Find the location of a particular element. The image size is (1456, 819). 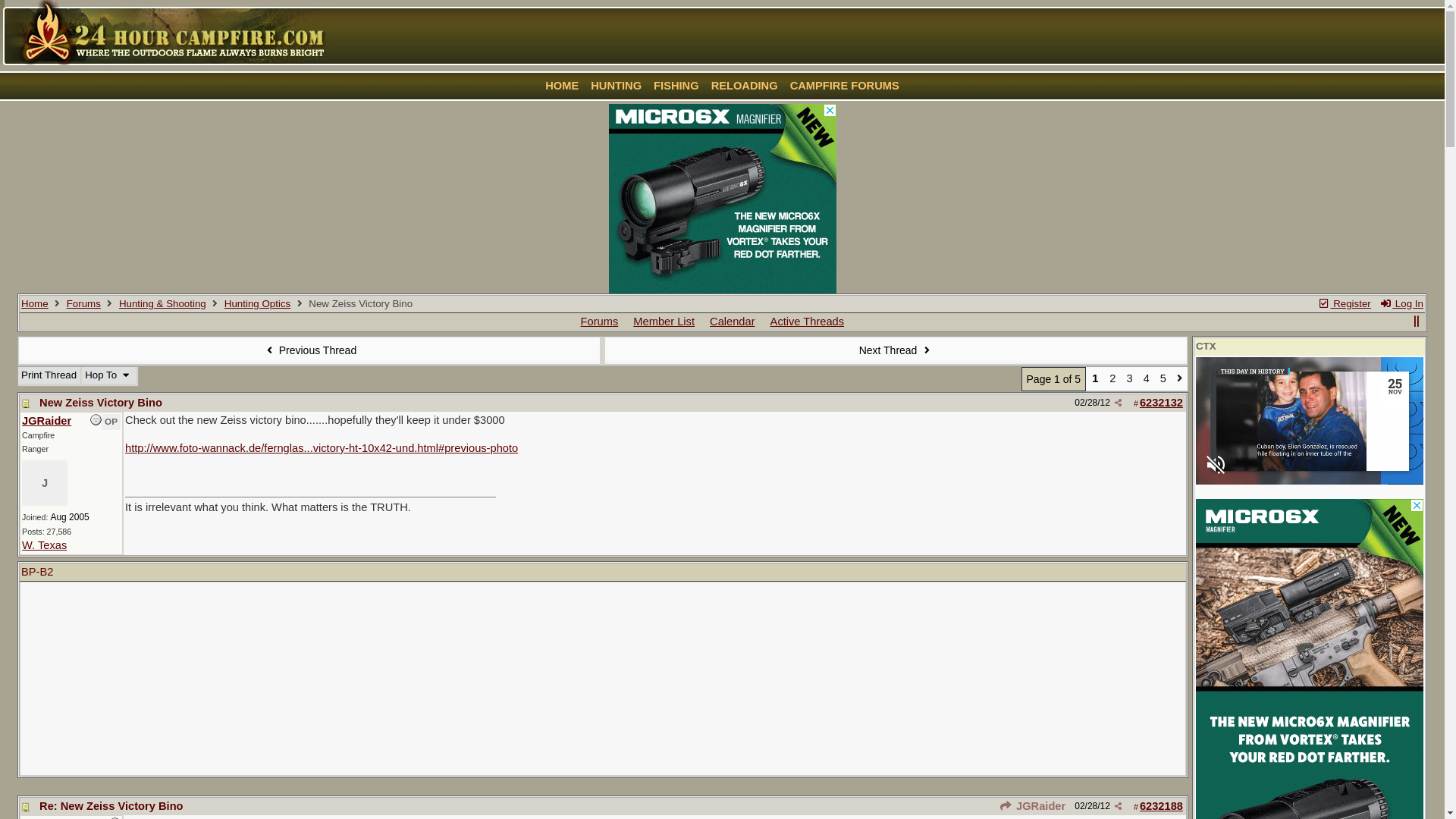

'JGRaider' is located at coordinates (997, 805).